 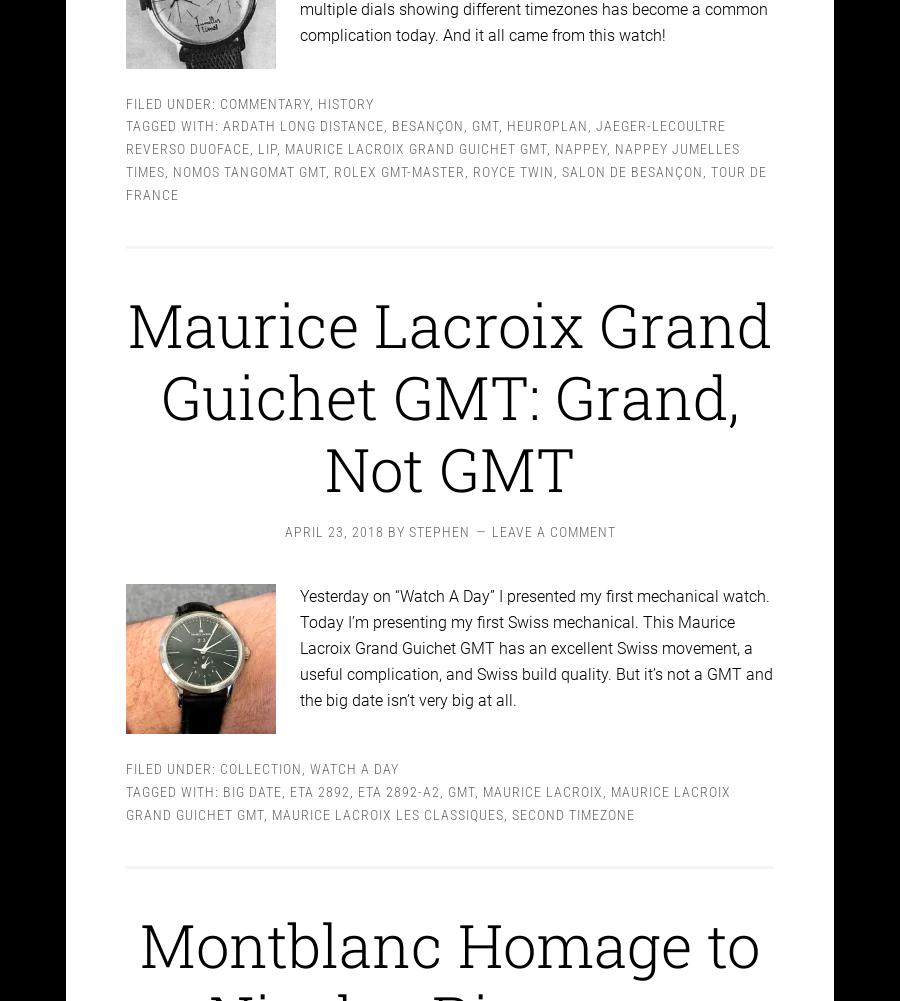 What do you see at coordinates (541, 773) in the screenshot?
I see `'Maurice Lacroix'` at bounding box center [541, 773].